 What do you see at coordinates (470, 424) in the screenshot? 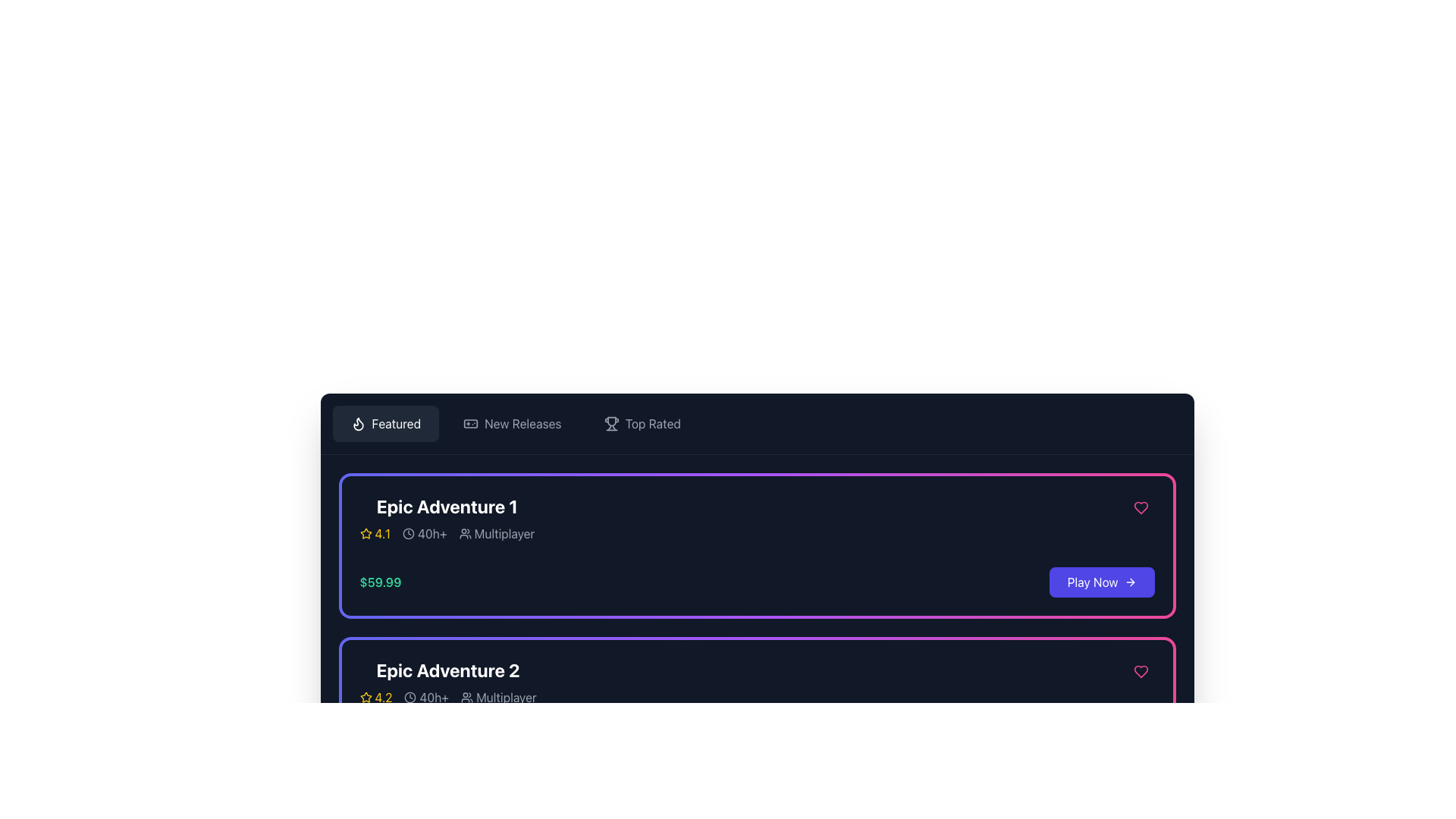
I see `the gaming icon associated with the 'New Releases' category to visually interpret the category` at bounding box center [470, 424].